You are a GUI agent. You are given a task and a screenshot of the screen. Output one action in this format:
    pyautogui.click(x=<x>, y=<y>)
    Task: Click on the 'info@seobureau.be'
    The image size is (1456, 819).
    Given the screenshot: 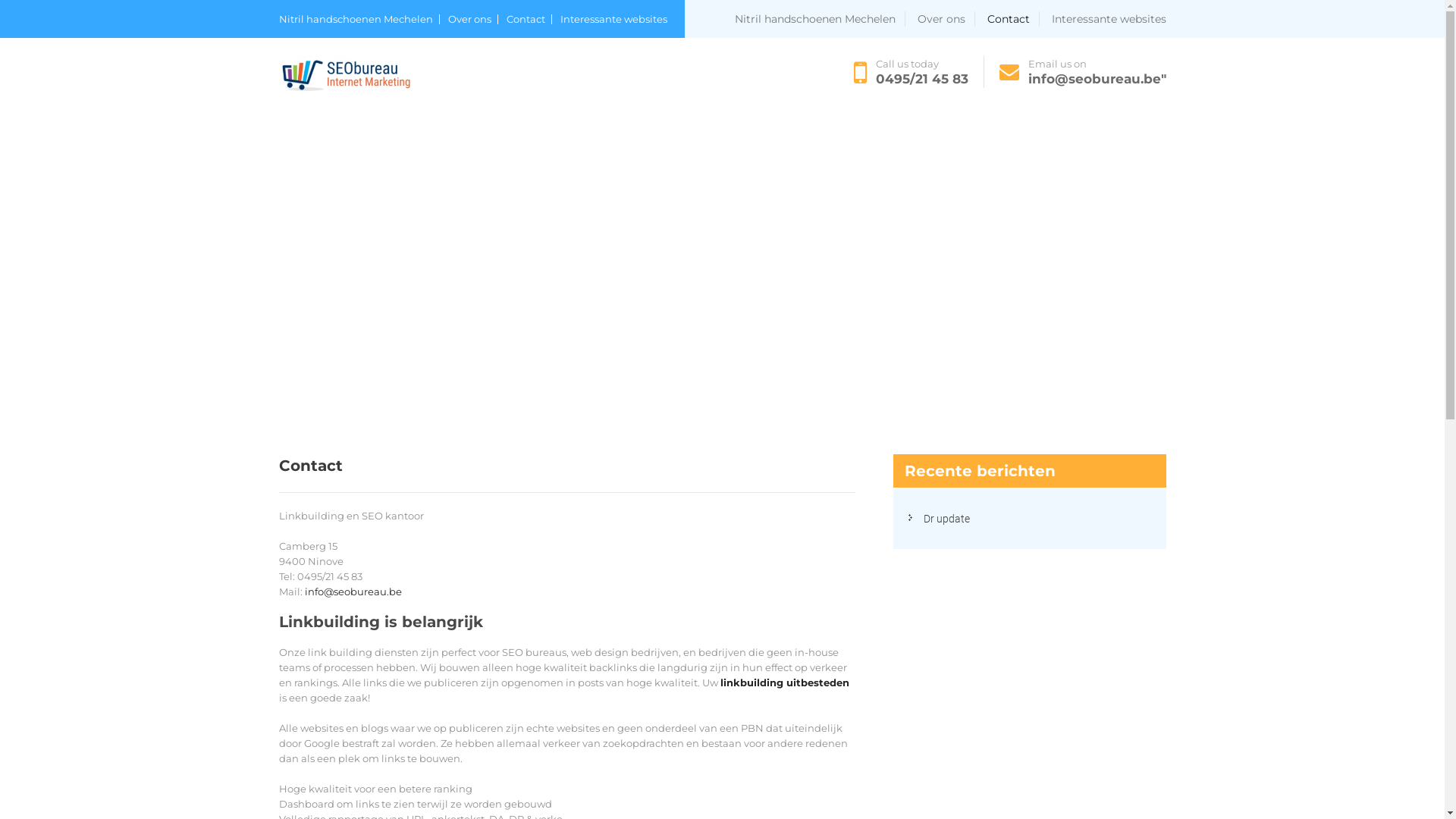 What is the action you would take?
    pyautogui.click(x=352, y=590)
    